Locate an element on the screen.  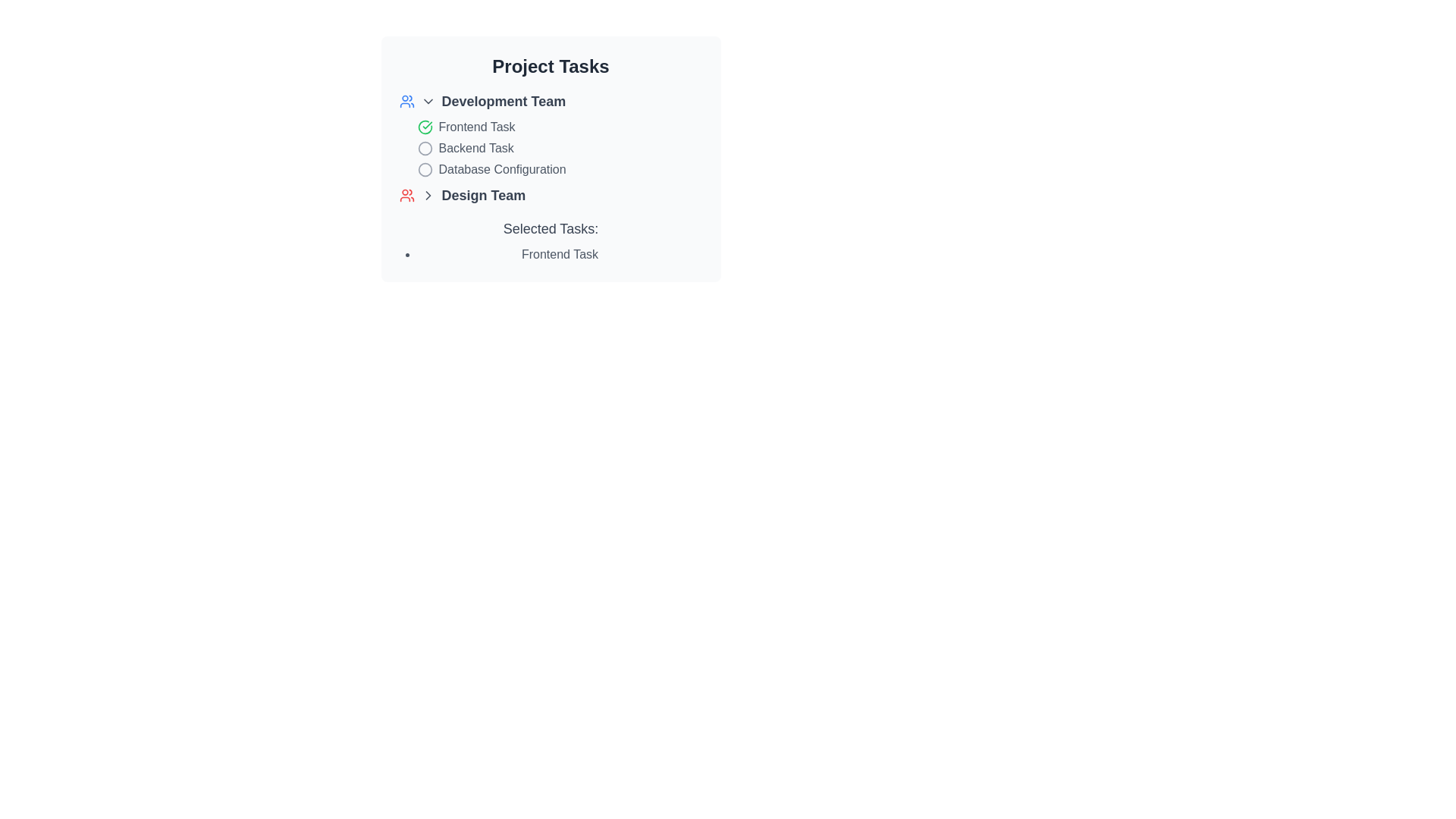
the icon representing the 'Development Team' section, located at the top-left corner of the section before the dropdown arrow icon and the team name text is located at coordinates (406, 102).